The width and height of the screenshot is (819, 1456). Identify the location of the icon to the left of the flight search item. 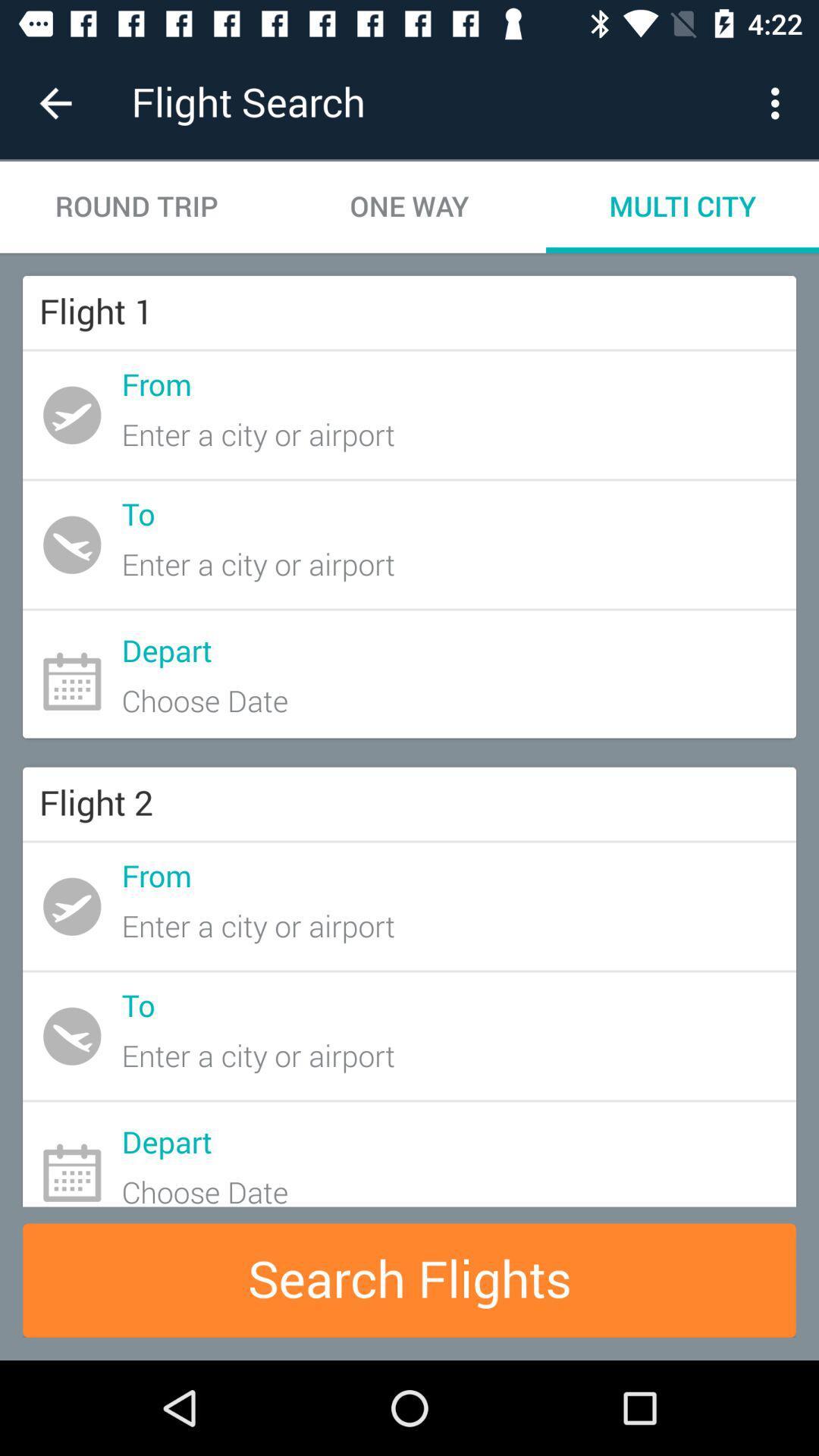
(55, 102).